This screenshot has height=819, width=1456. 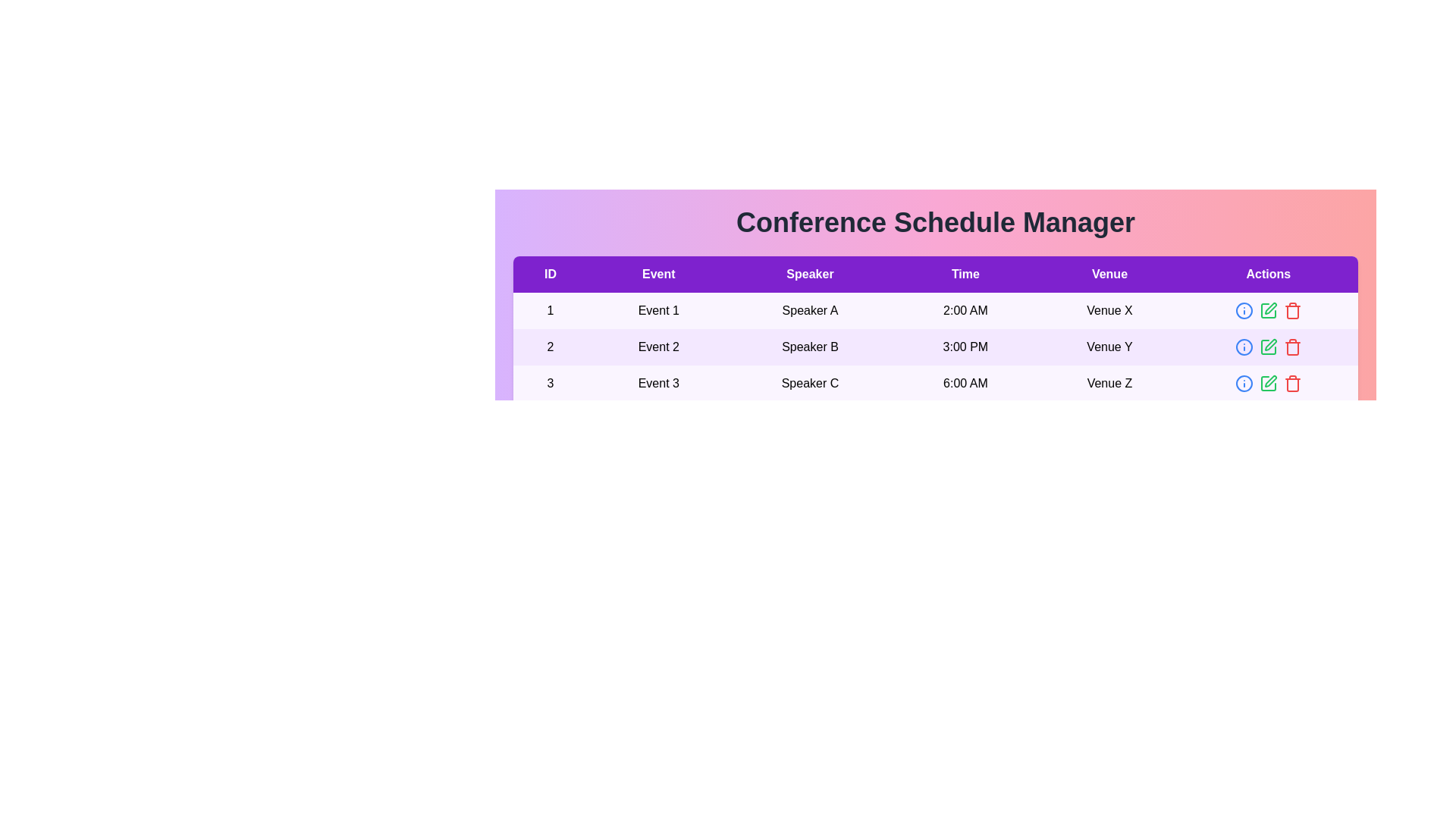 What do you see at coordinates (964, 275) in the screenshot?
I see `the column header to sort the table by Time` at bounding box center [964, 275].